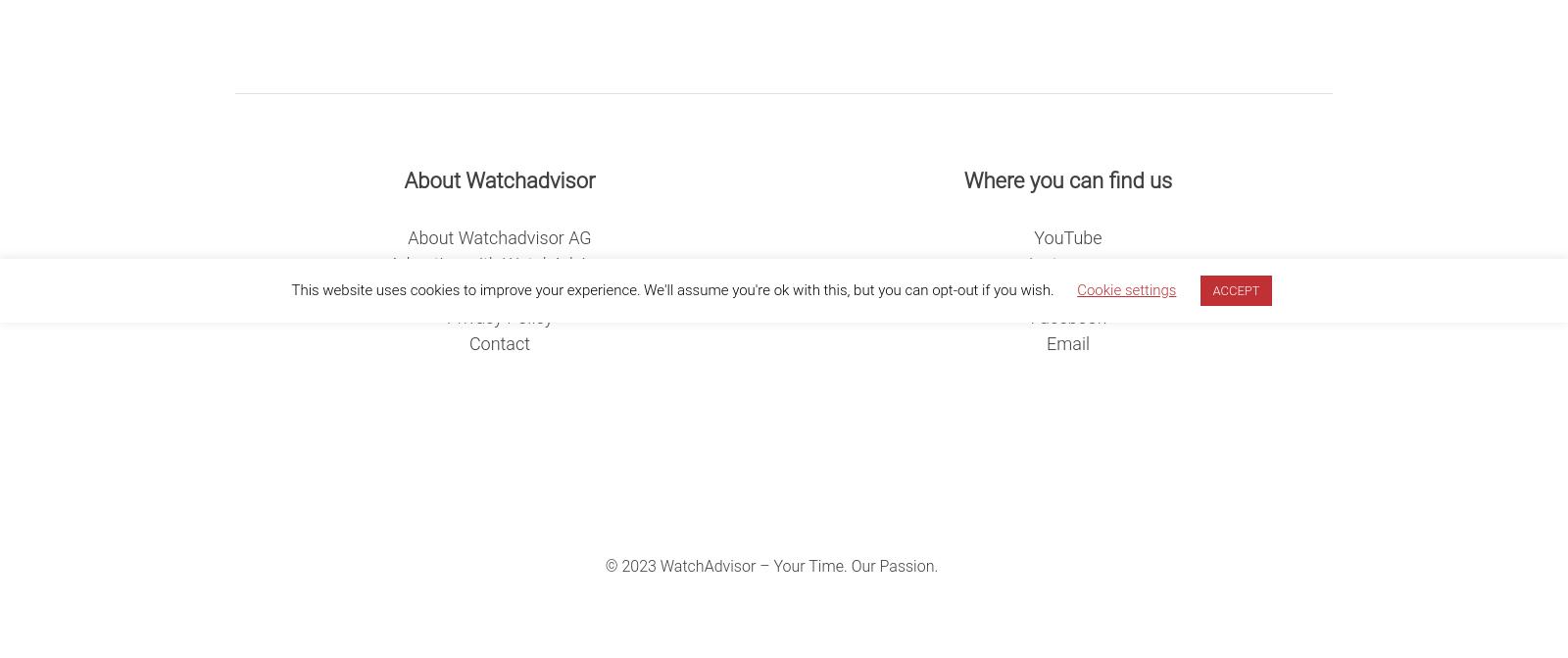 This screenshot has width=1568, height=658. I want to click on 'Privacy Policy', so click(498, 316).